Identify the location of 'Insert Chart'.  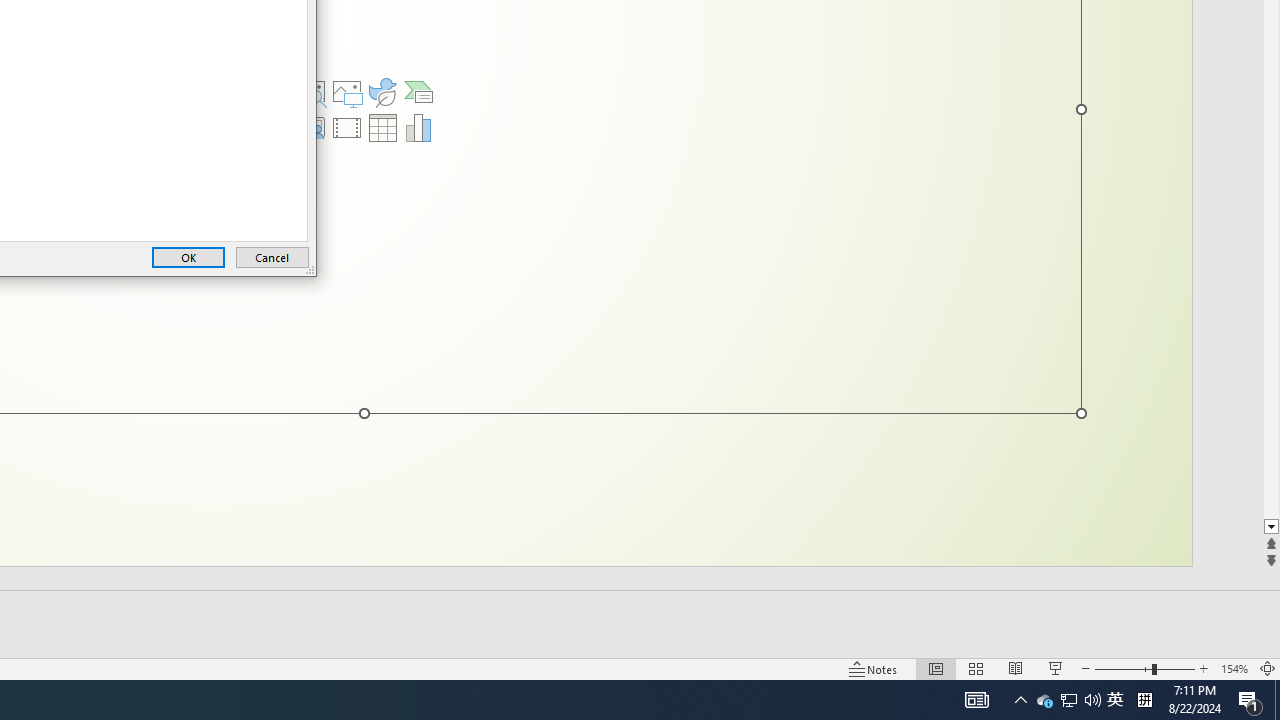
(418, 128).